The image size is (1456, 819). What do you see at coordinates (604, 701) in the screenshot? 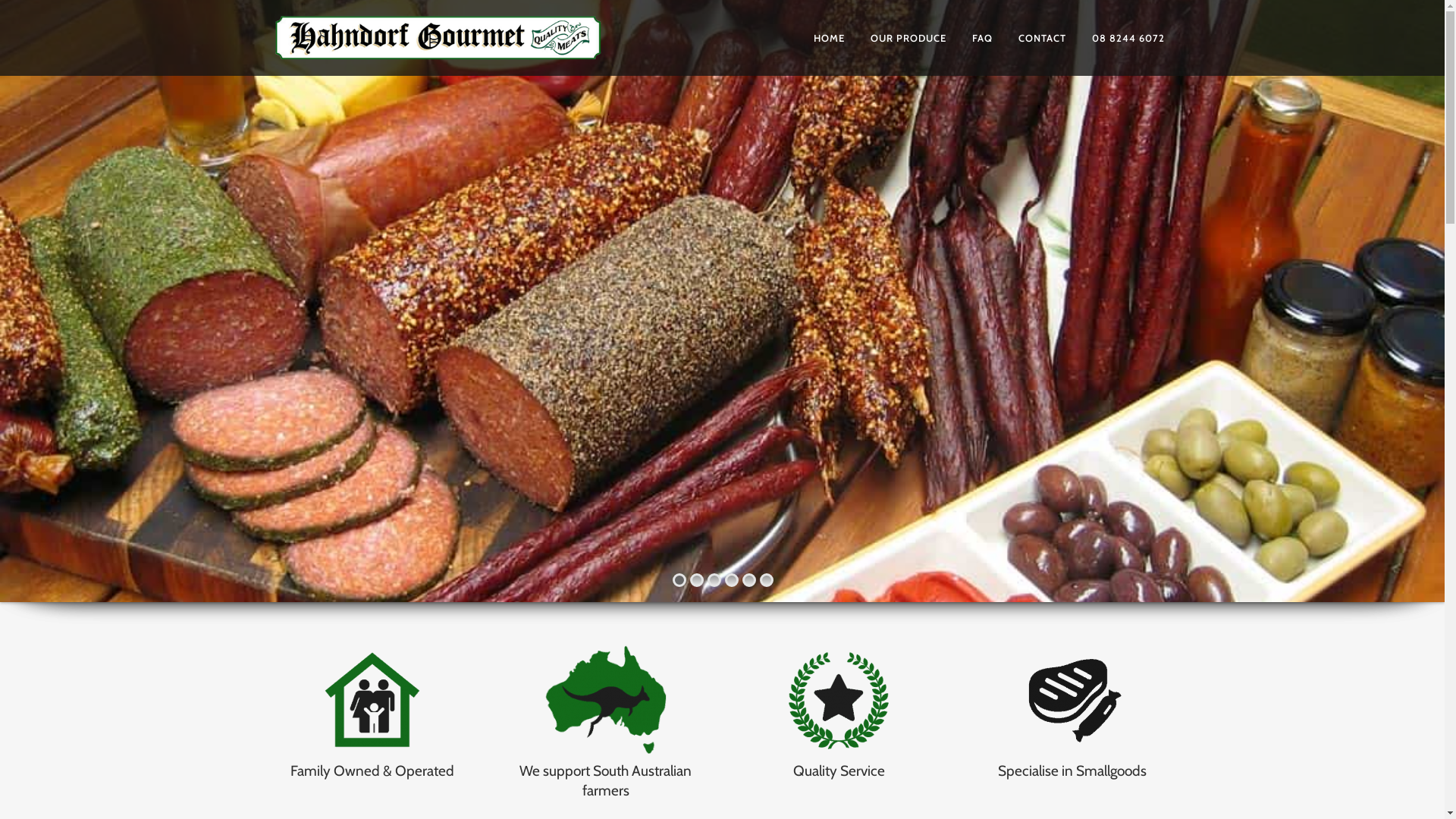
I see `'icon2'` at bounding box center [604, 701].